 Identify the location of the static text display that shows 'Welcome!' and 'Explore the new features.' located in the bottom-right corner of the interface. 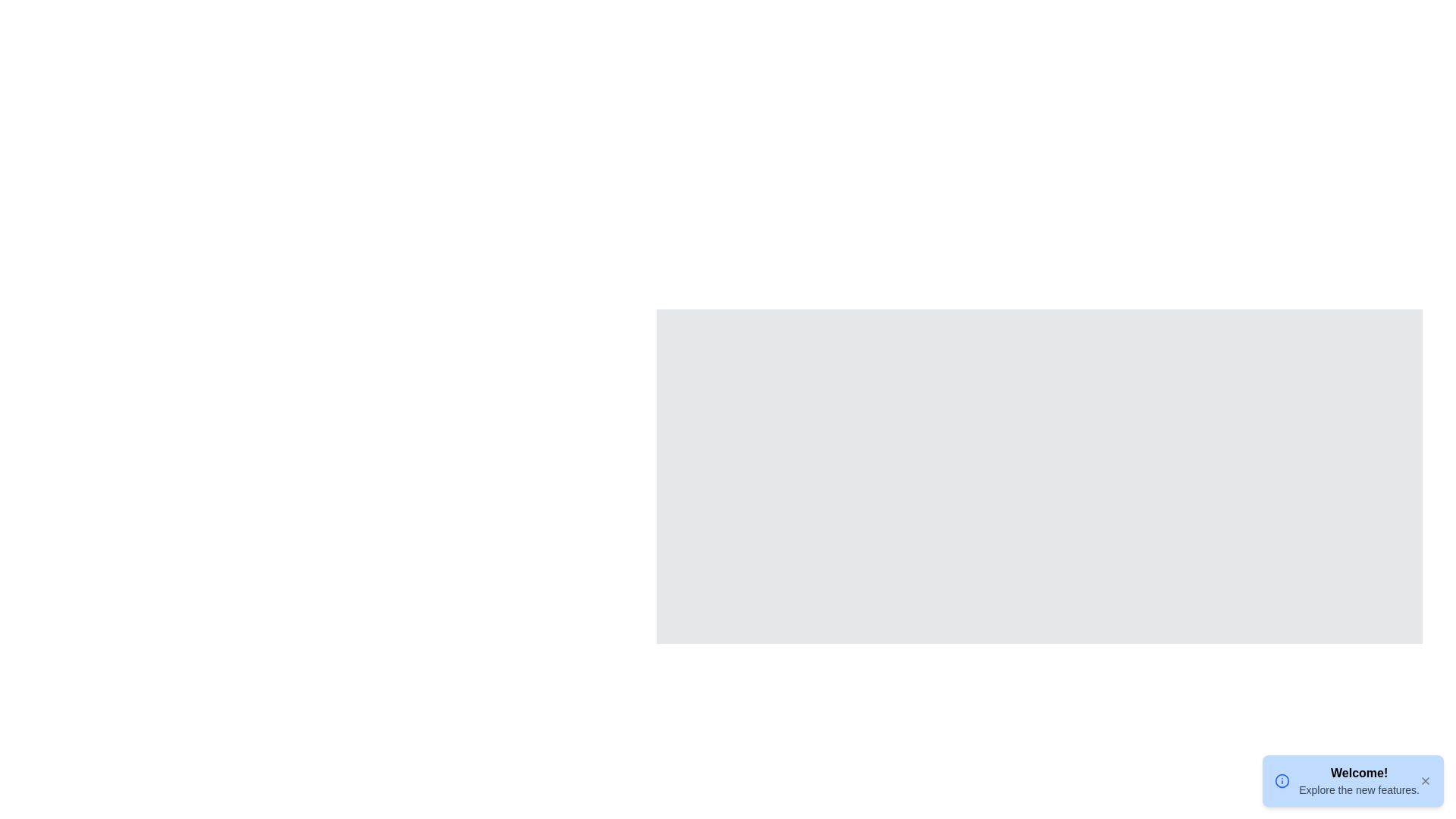
(1359, 780).